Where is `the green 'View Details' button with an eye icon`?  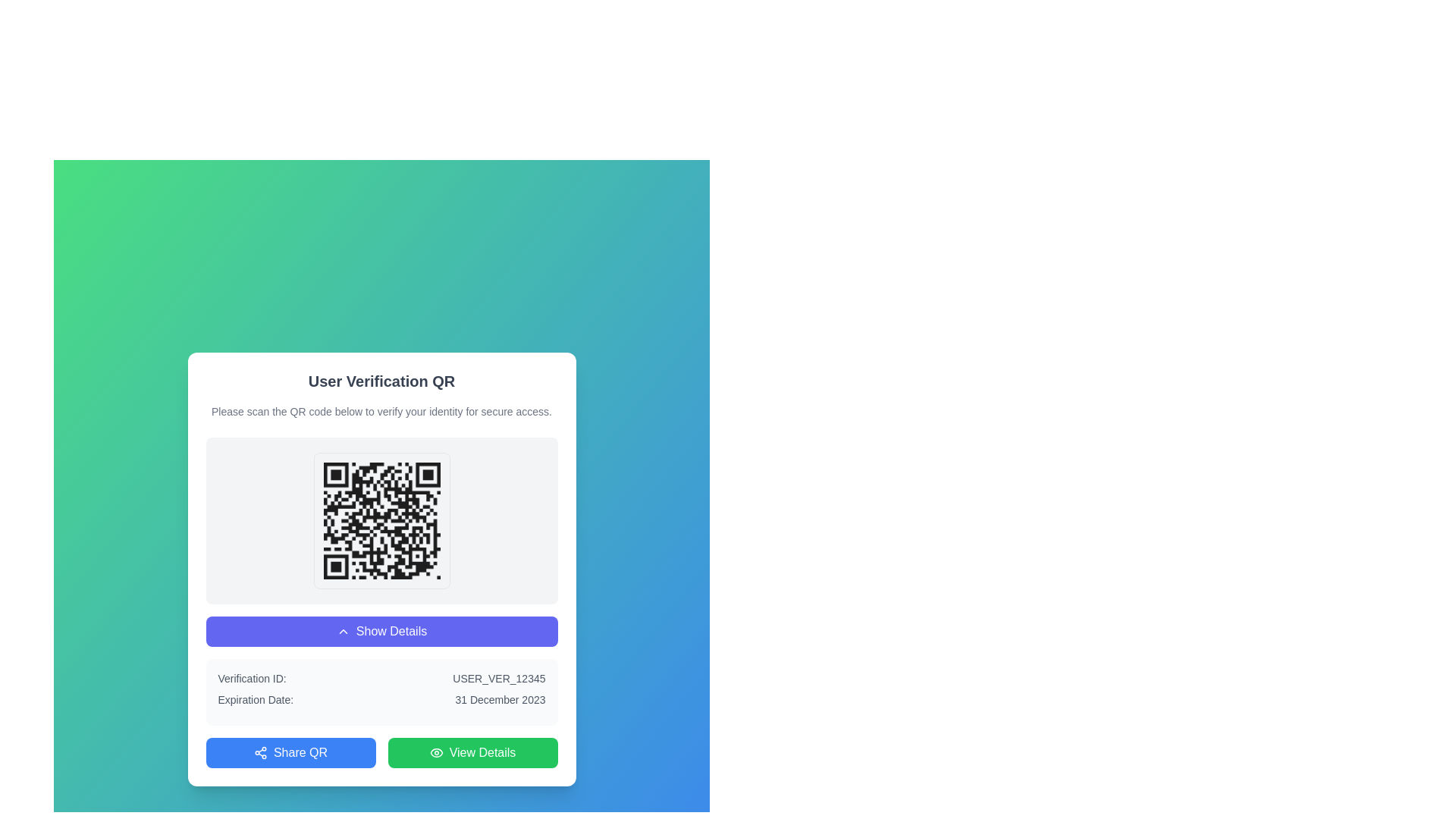 the green 'View Details' button with an eye icon is located at coordinates (472, 752).